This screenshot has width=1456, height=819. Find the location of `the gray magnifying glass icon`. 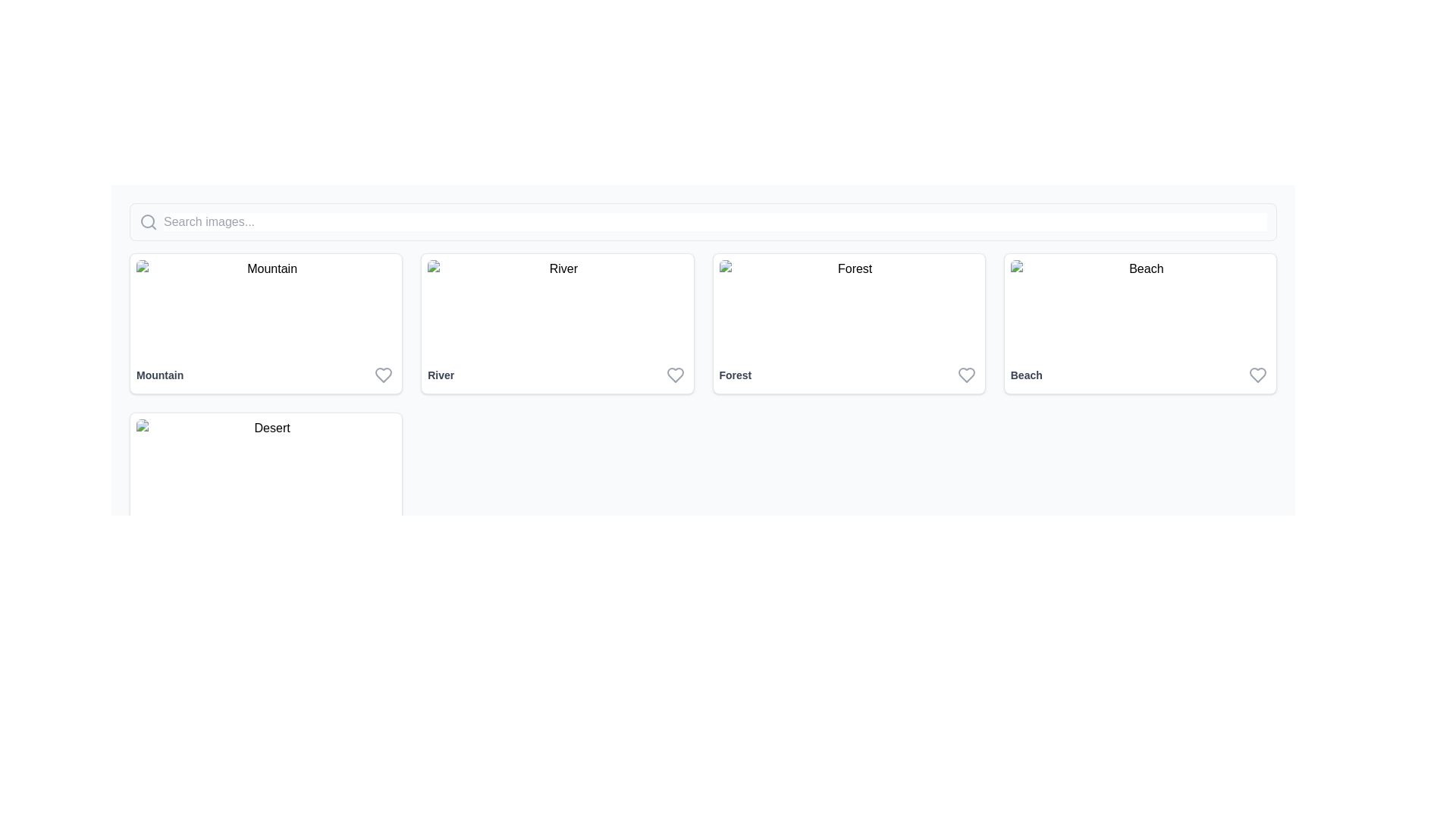

the gray magnifying glass icon is located at coordinates (149, 222).